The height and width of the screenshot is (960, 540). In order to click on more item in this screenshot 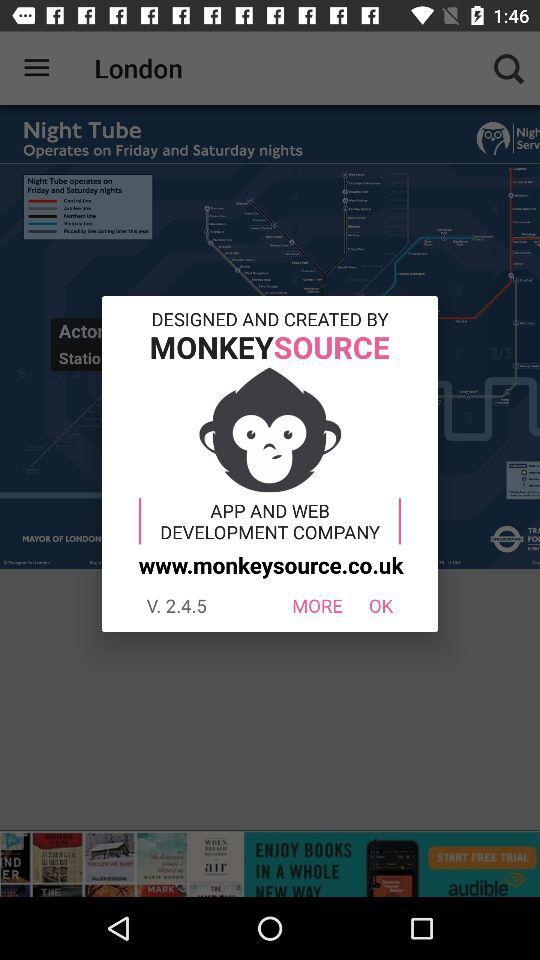, I will do `click(317, 604)`.